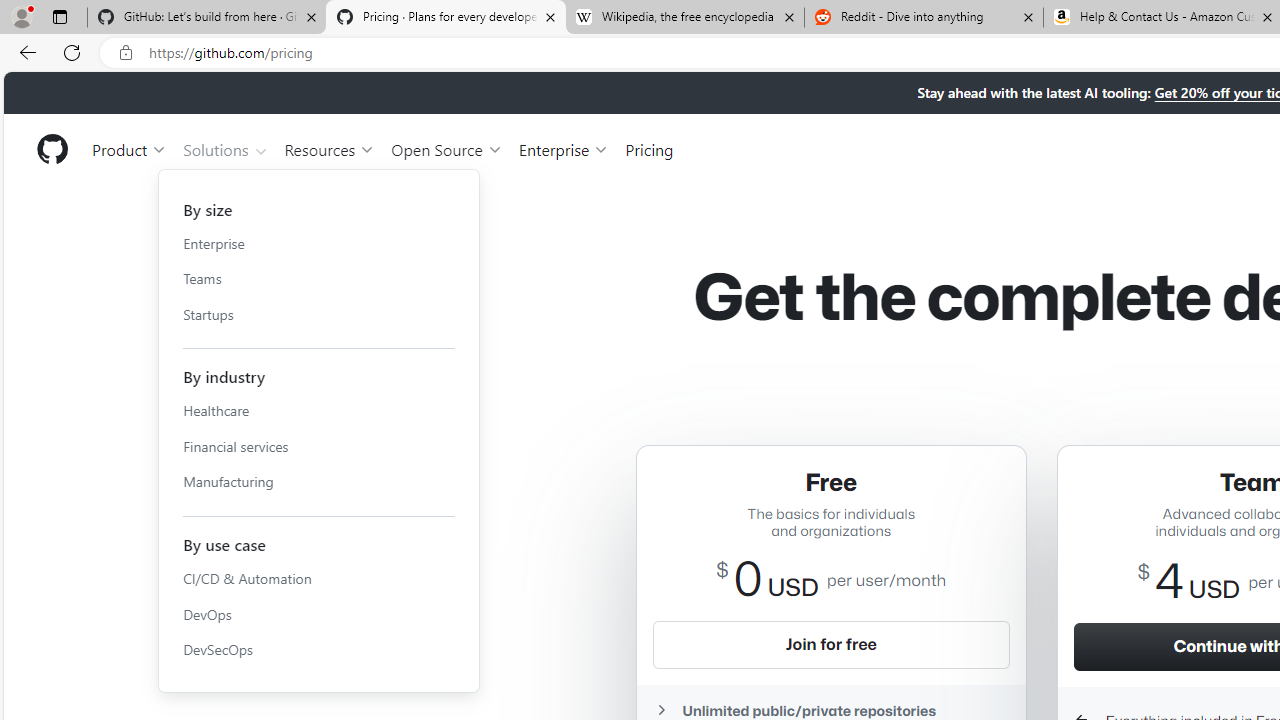 The width and height of the screenshot is (1280, 720). What do you see at coordinates (318, 613) in the screenshot?
I see `'DevOps'` at bounding box center [318, 613].